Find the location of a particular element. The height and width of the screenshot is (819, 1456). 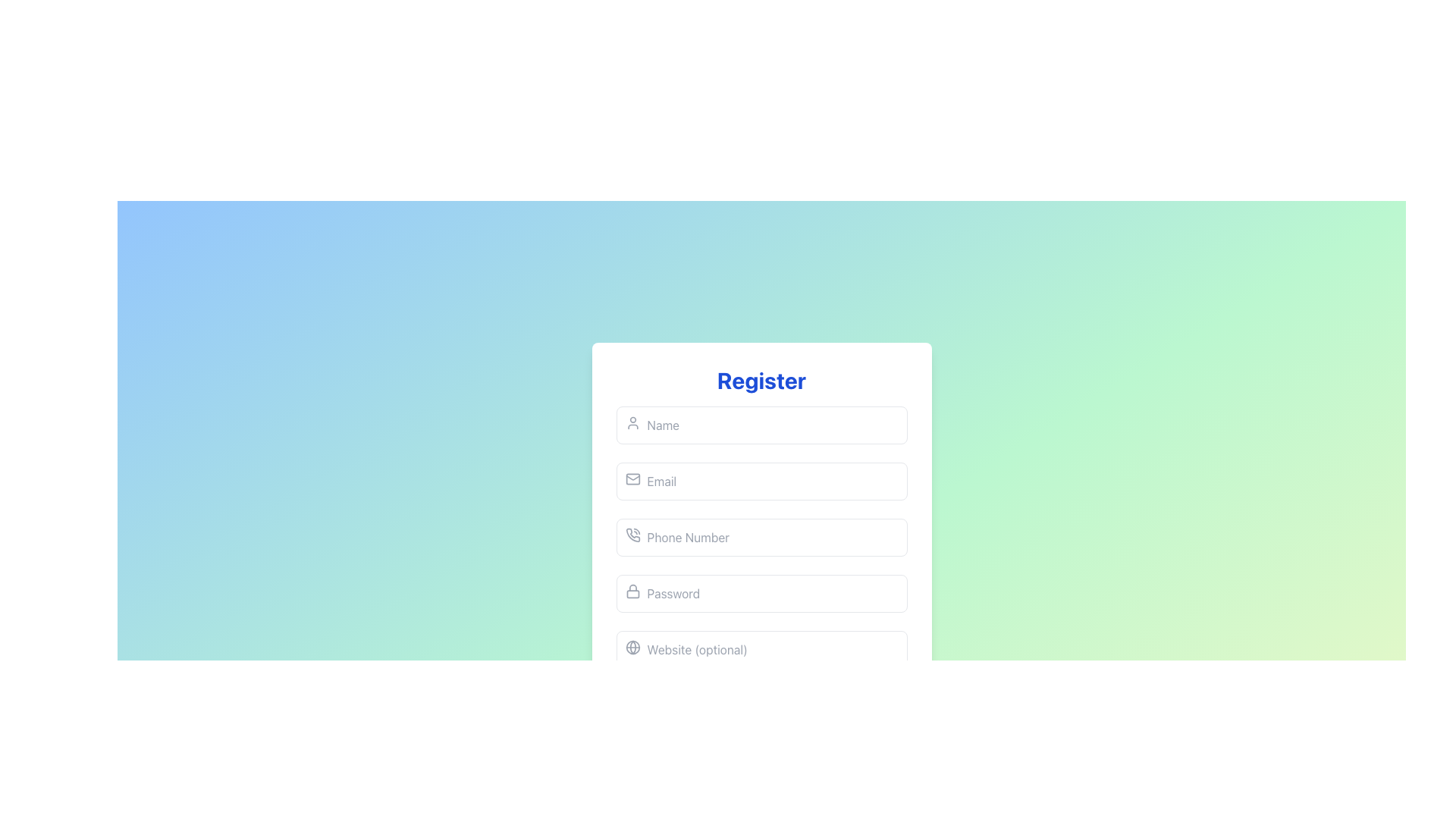

the telephone receiver icon with circular signal waves, which is located to the left of the 'Phone Number' input field within the form group is located at coordinates (632, 534).